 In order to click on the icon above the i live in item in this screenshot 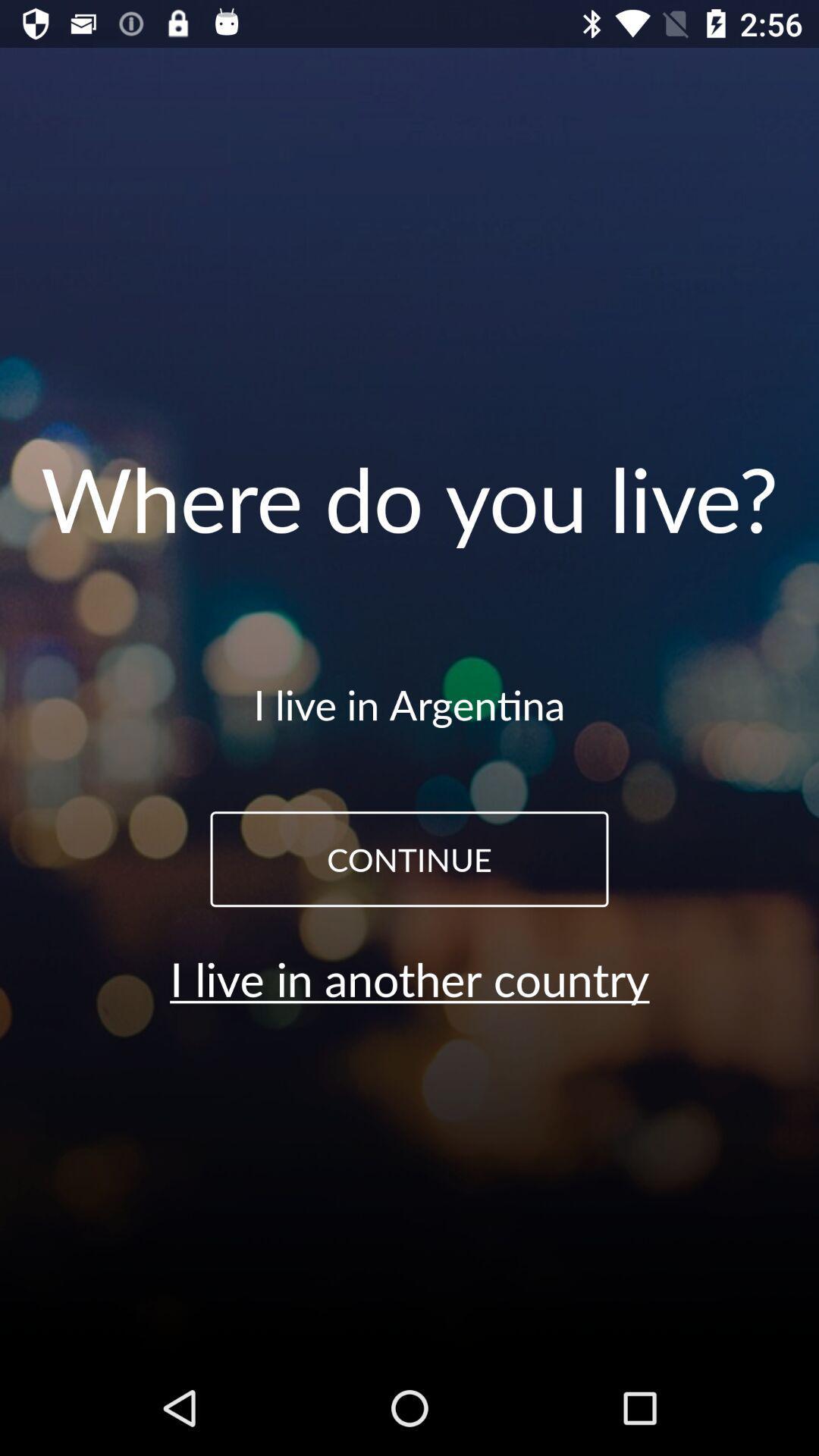, I will do `click(409, 859)`.